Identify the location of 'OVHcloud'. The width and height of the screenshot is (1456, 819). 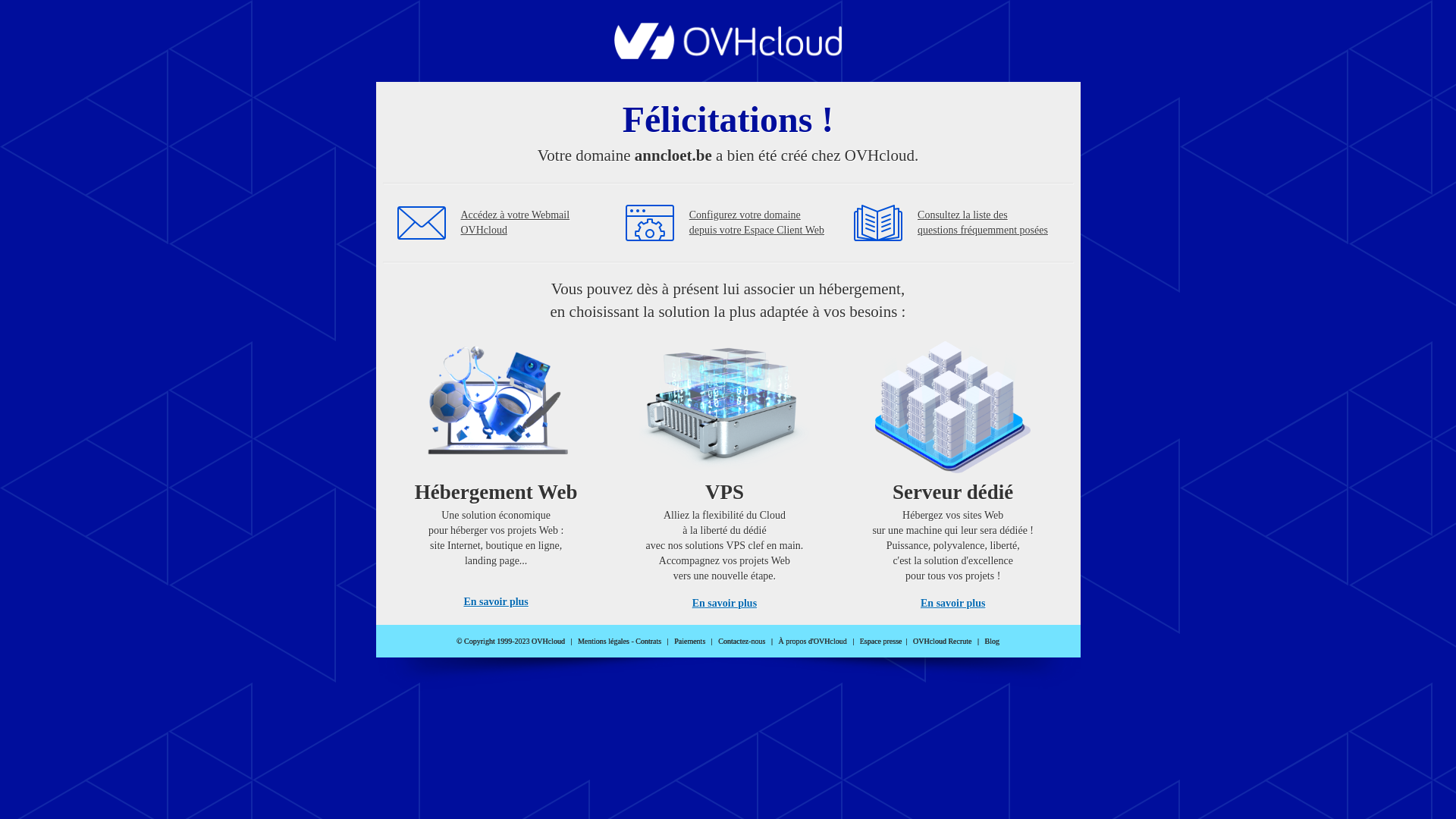
(728, 54).